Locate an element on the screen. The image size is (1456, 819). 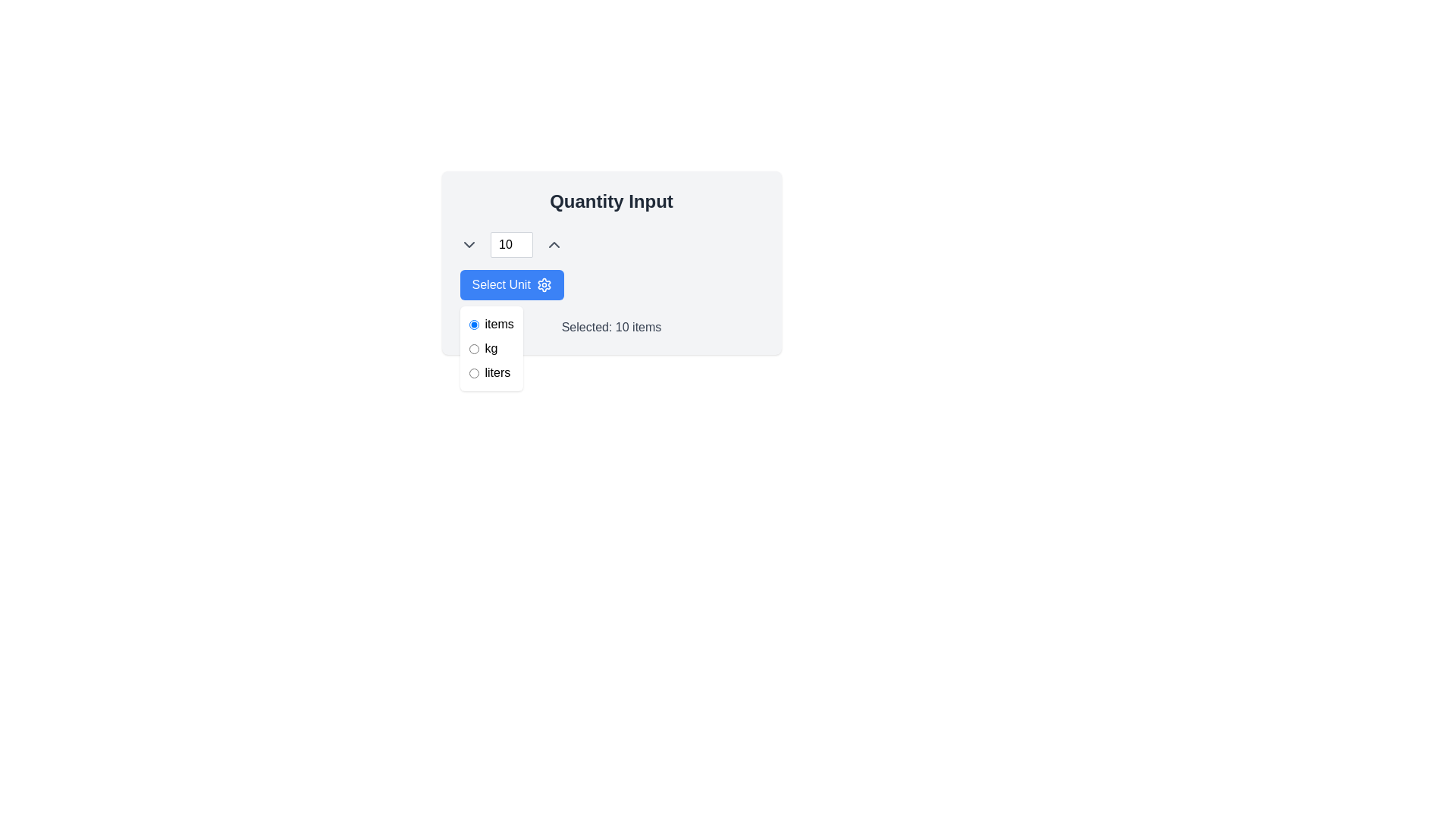
text displayed in the Text label that provides feedback about the number of items selected, located below the unit selection dropdown and to the right of the 'items' radio button is located at coordinates (611, 327).